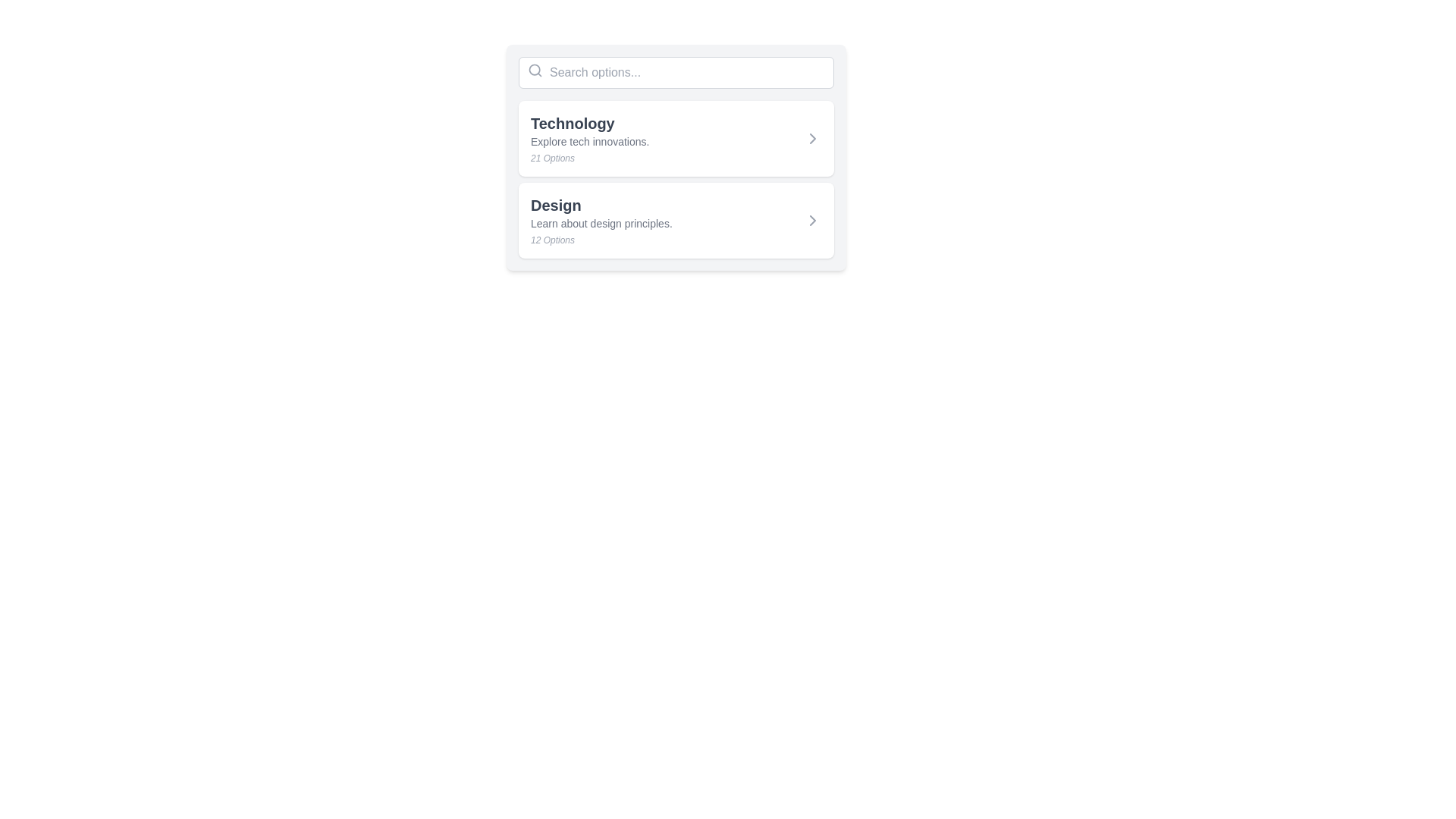  Describe the element at coordinates (811, 138) in the screenshot. I see `the small rightward-pointing chevron icon in the 'Technology' section` at that location.